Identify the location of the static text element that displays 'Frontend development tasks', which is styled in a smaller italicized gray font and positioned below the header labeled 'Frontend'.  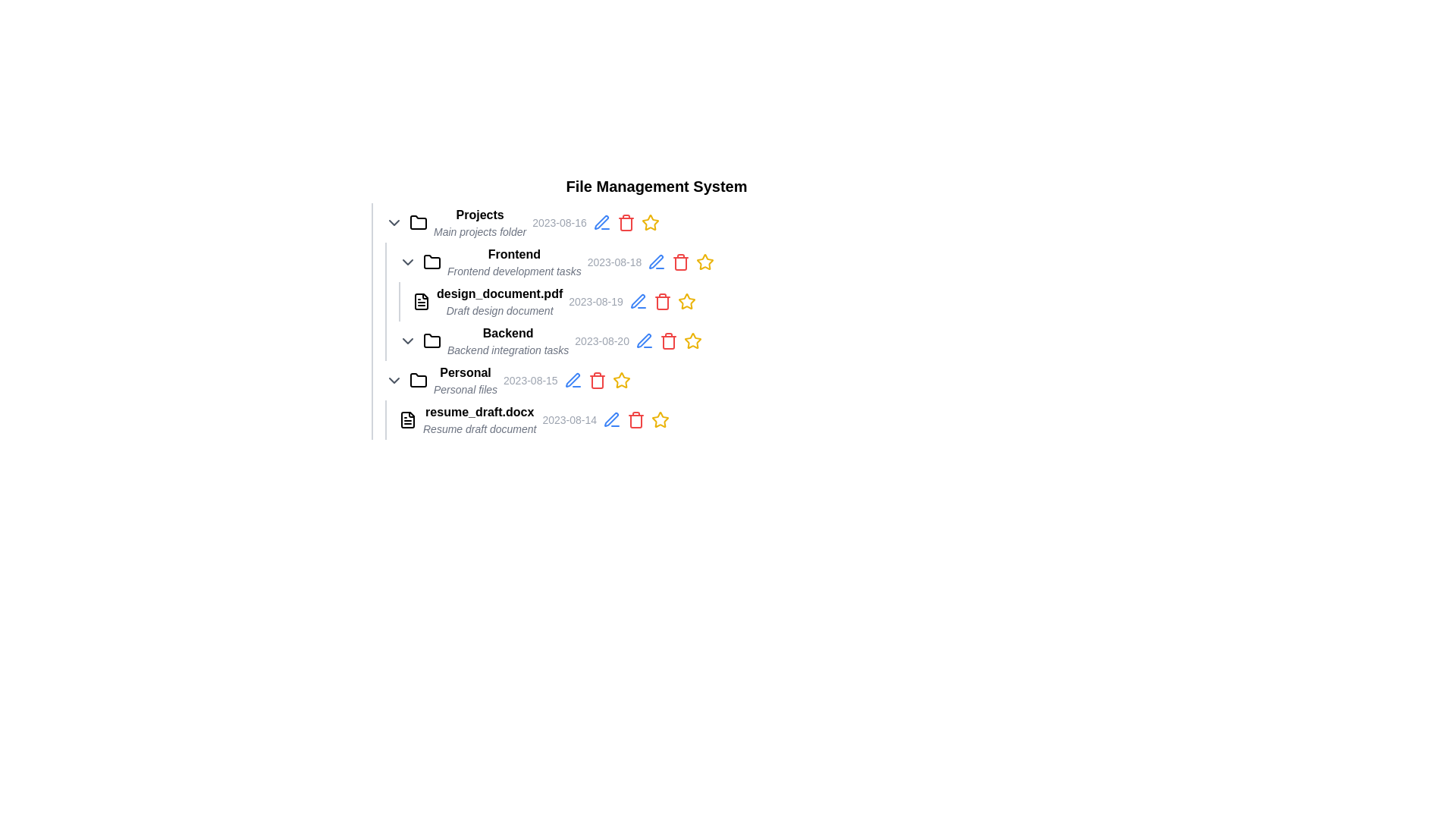
(514, 271).